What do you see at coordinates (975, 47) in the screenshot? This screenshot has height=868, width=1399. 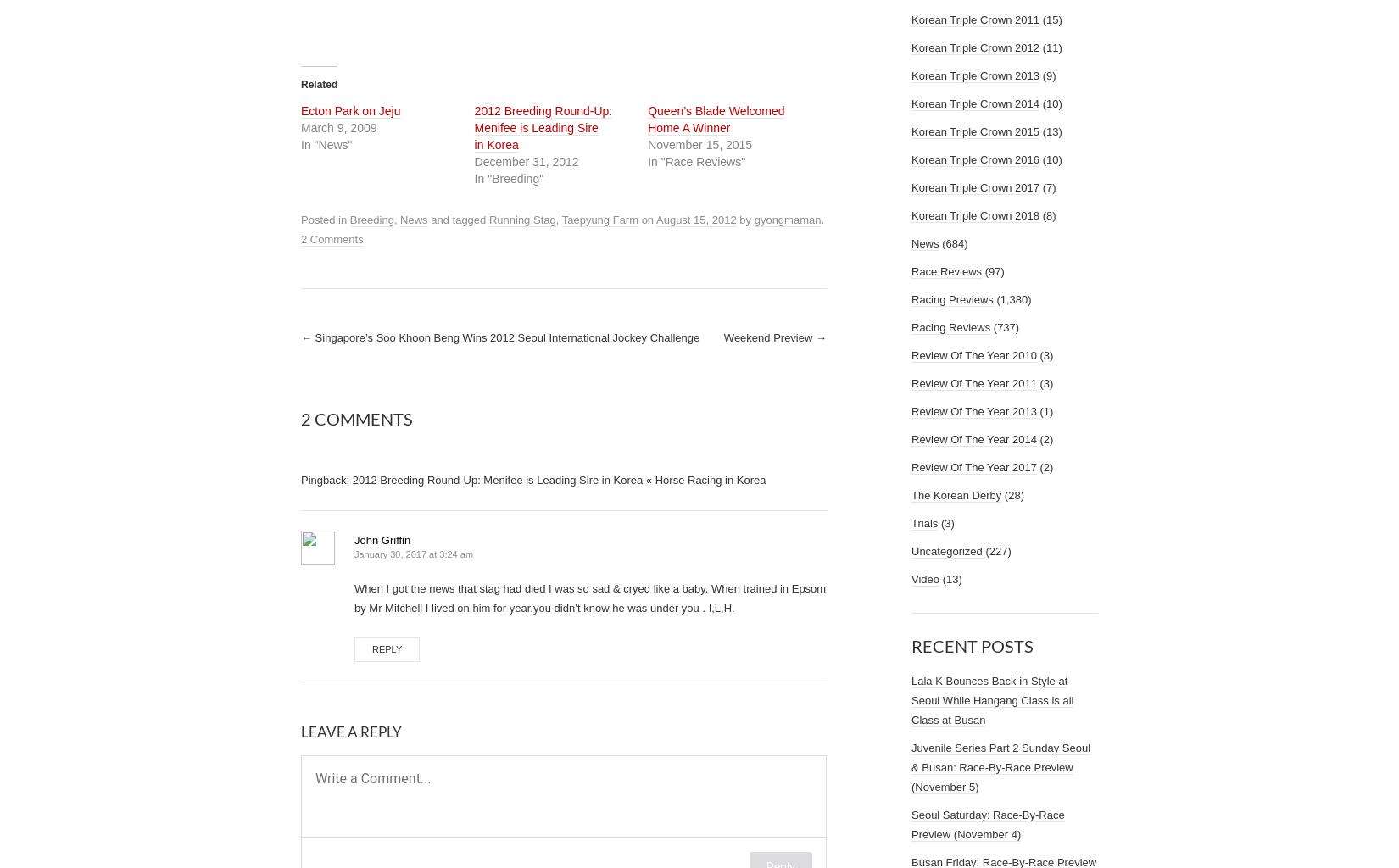 I see `'Korean Triple Crown 2012'` at bounding box center [975, 47].